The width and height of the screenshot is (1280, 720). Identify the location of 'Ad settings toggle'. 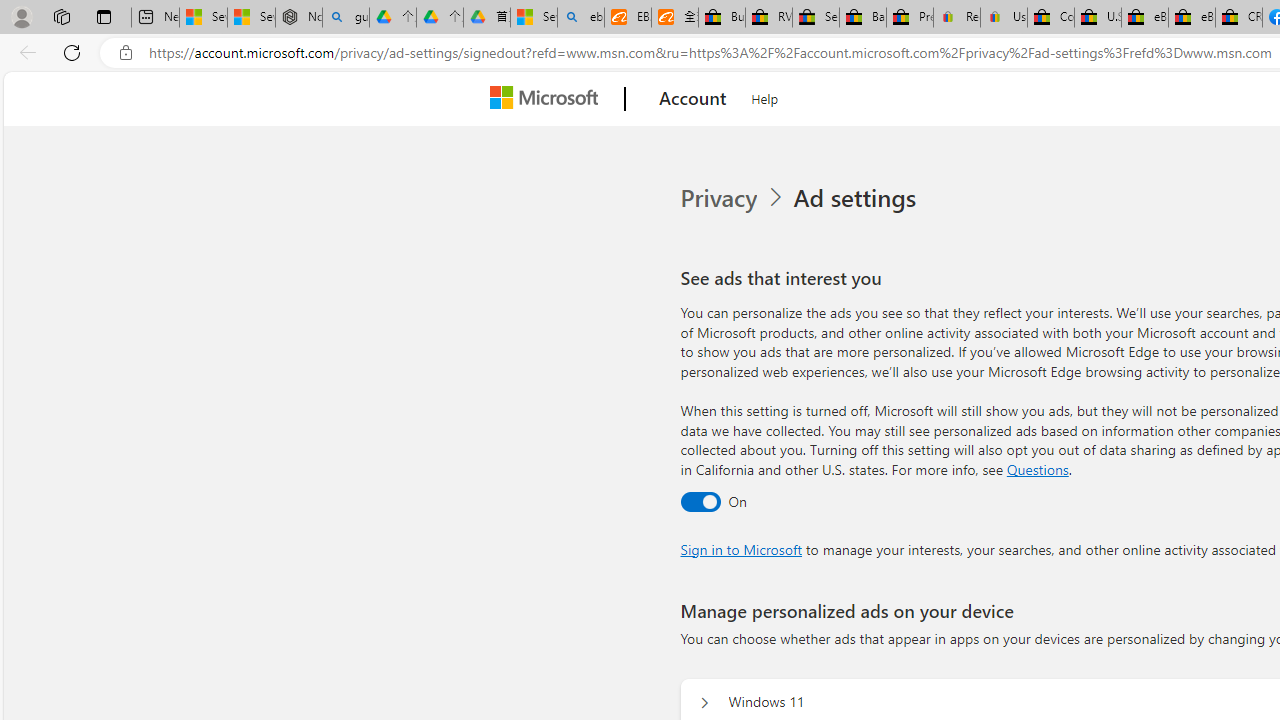
(700, 500).